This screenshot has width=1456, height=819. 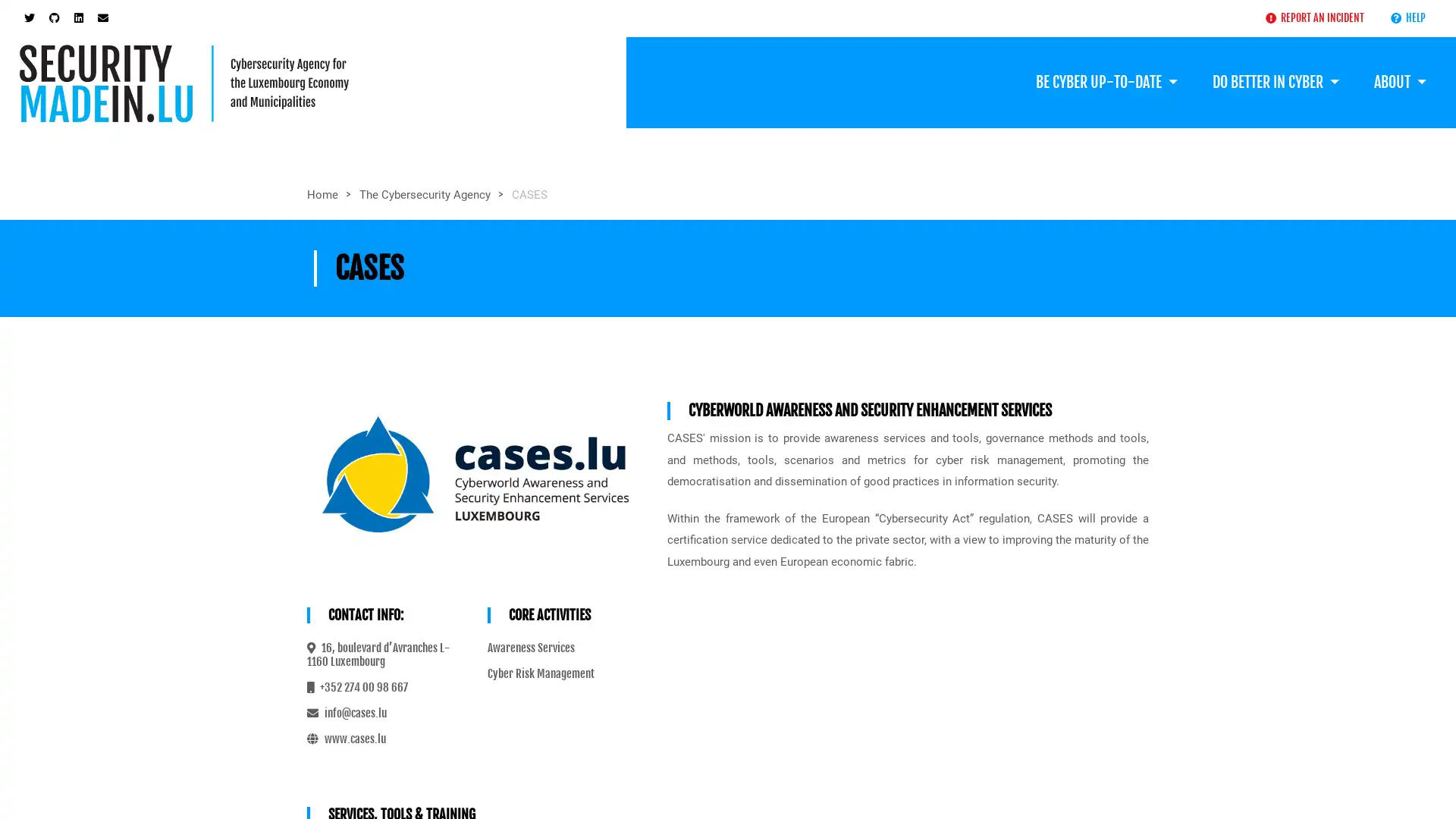 What do you see at coordinates (1106, 82) in the screenshot?
I see `BE CYBER UP-TO-DATE` at bounding box center [1106, 82].